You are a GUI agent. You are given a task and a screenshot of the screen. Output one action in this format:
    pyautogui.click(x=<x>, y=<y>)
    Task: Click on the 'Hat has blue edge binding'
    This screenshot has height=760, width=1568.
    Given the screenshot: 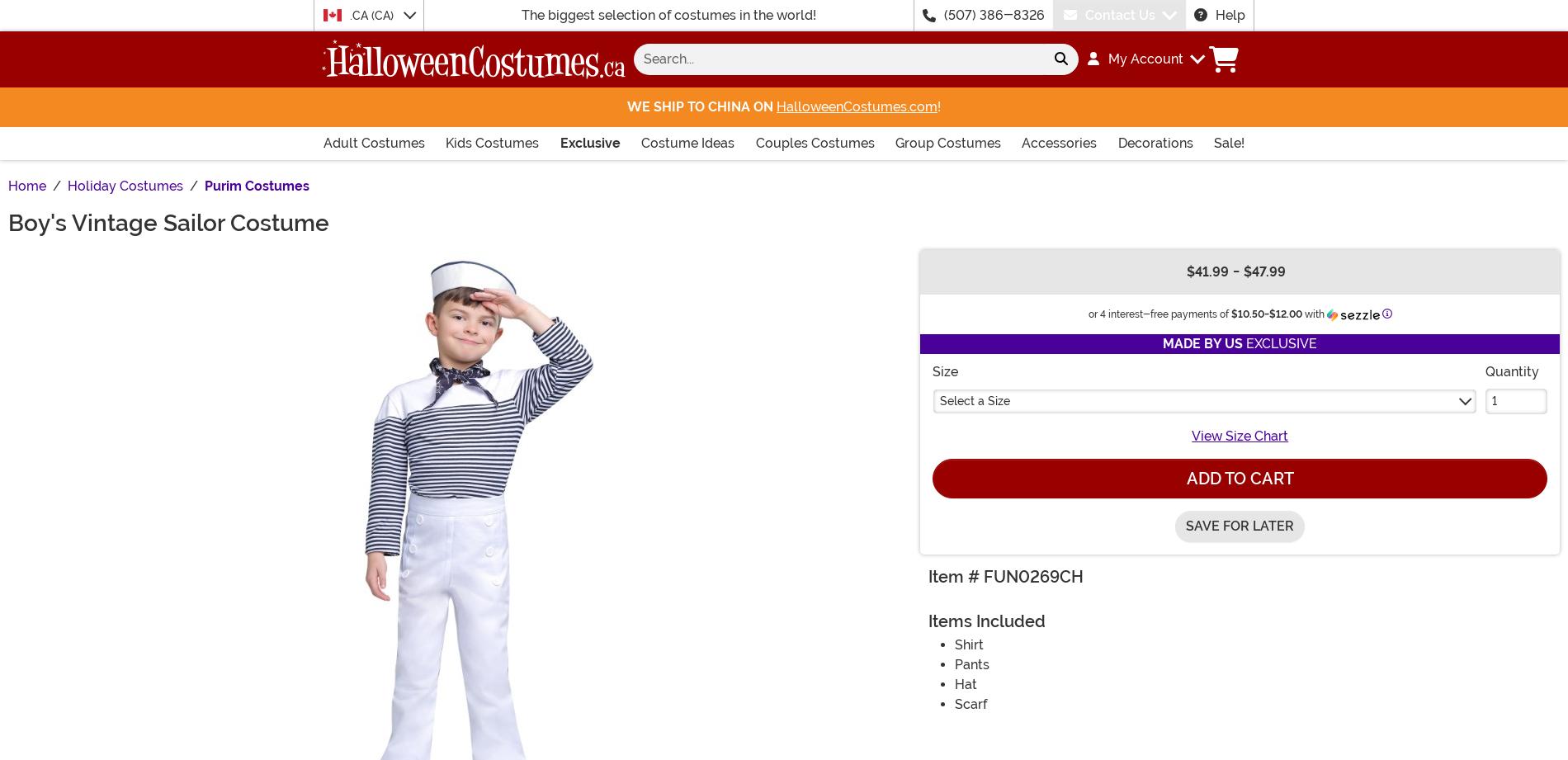 What is the action you would take?
    pyautogui.click(x=1084, y=66)
    